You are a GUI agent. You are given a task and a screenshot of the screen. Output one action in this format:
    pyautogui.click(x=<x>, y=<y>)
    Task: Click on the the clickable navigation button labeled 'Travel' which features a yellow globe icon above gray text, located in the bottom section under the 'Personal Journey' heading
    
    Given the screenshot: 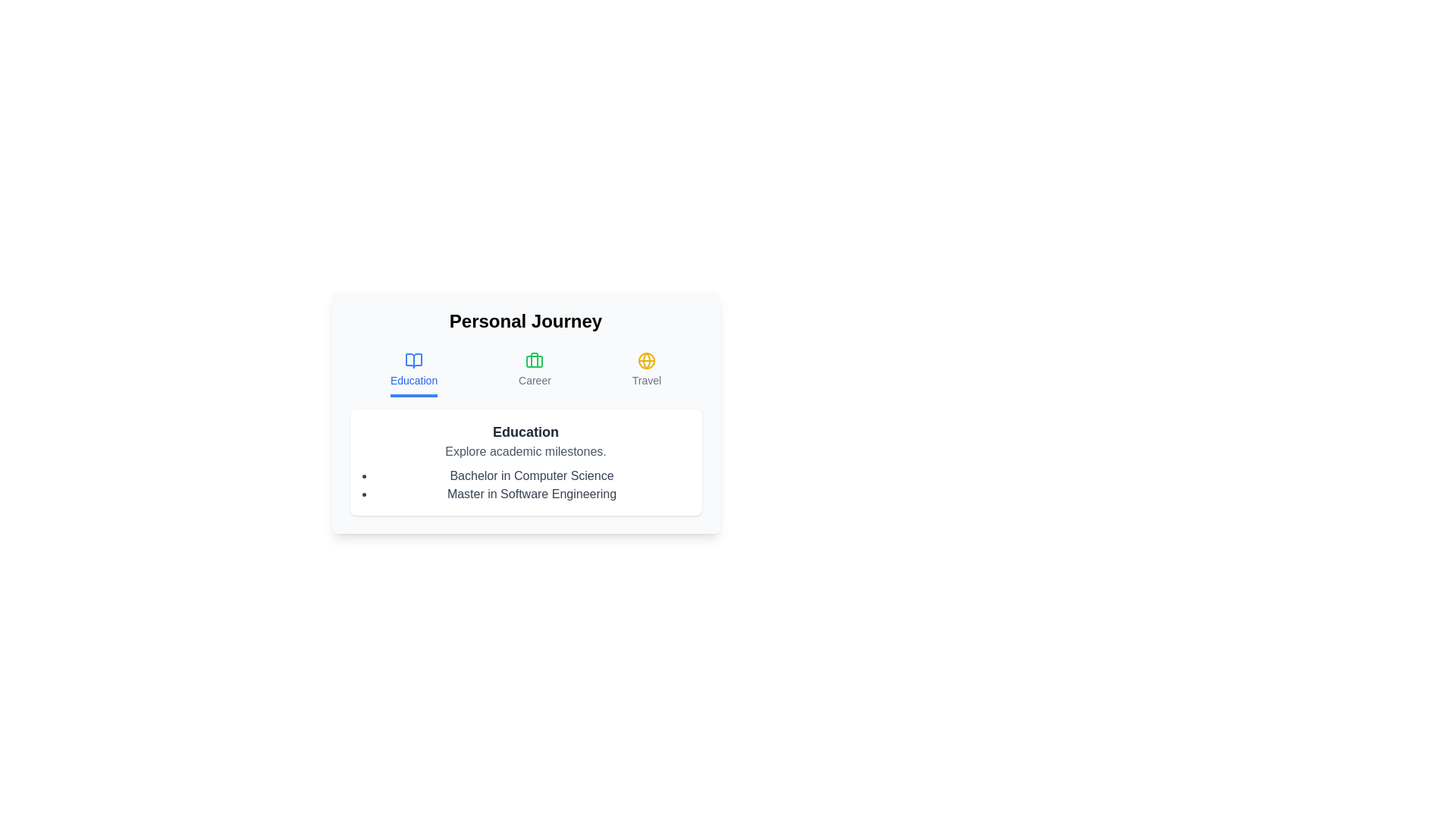 What is the action you would take?
    pyautogui.click(x=646, y=374)
    